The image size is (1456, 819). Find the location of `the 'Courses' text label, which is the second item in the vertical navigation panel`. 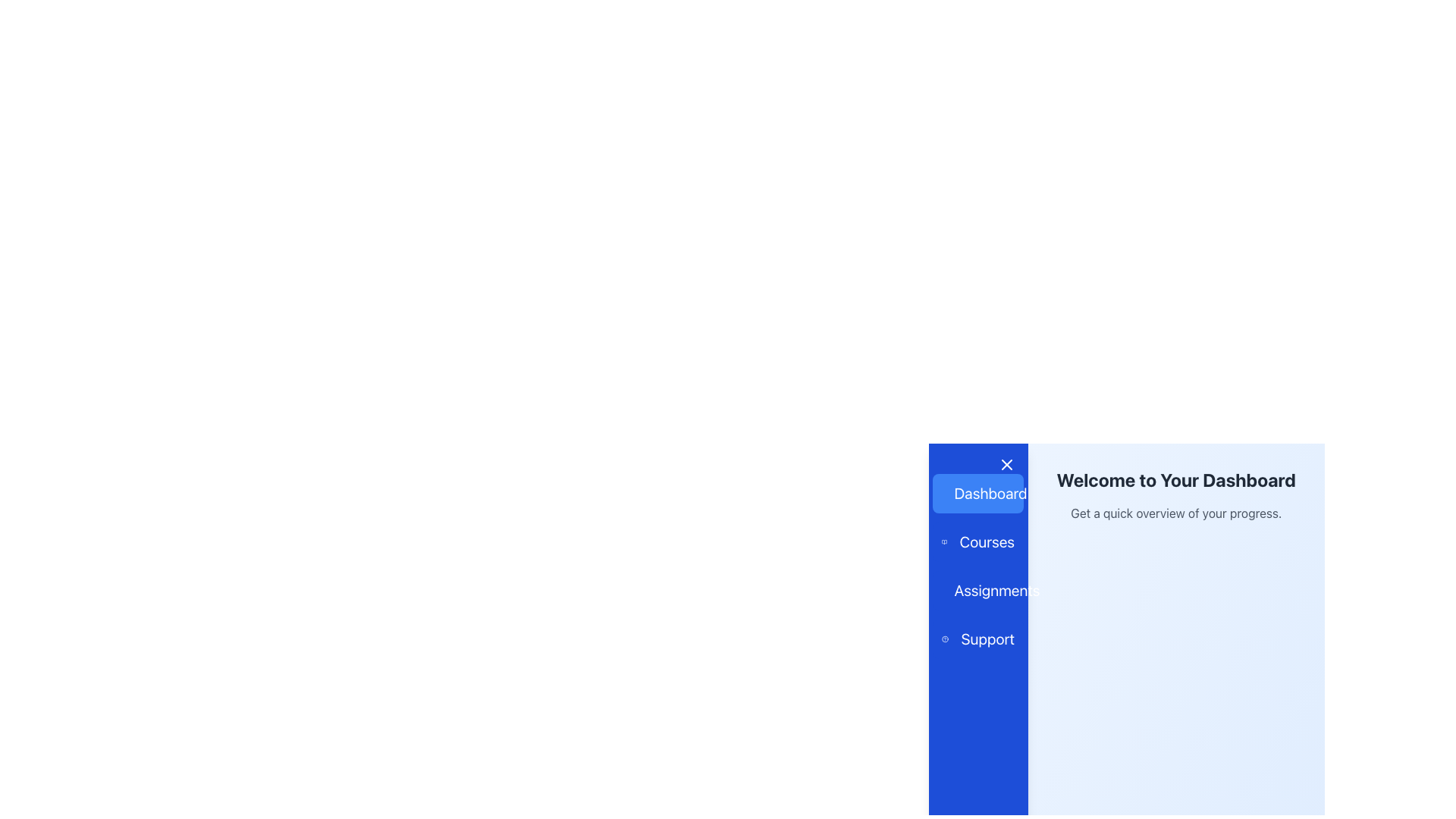

the 'Courses' text label, which is the second item in the vertical navigation panel is located at coordinates (987, 541).